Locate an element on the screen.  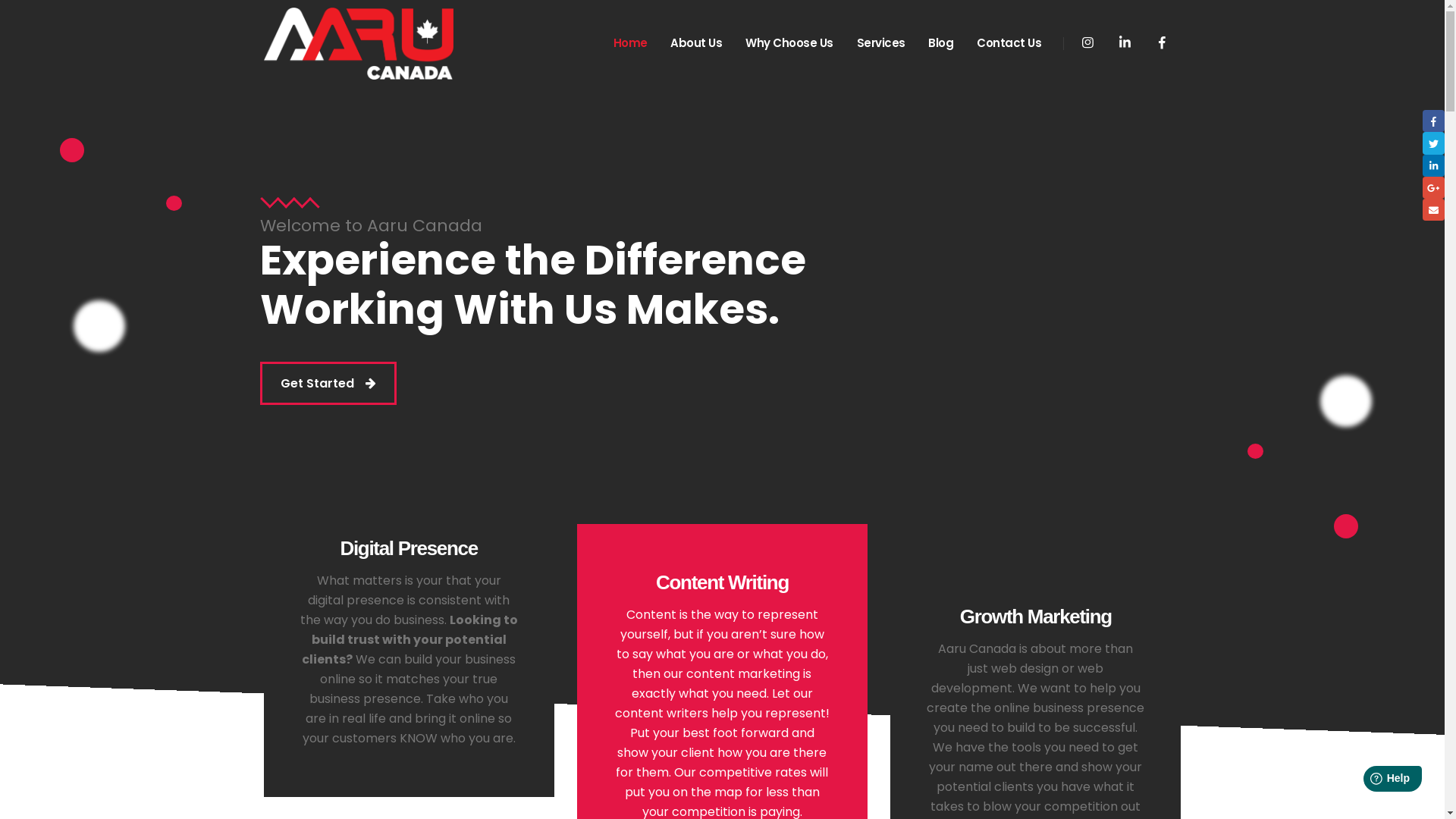
'Facebook' is located at coordinates (1160, 42).